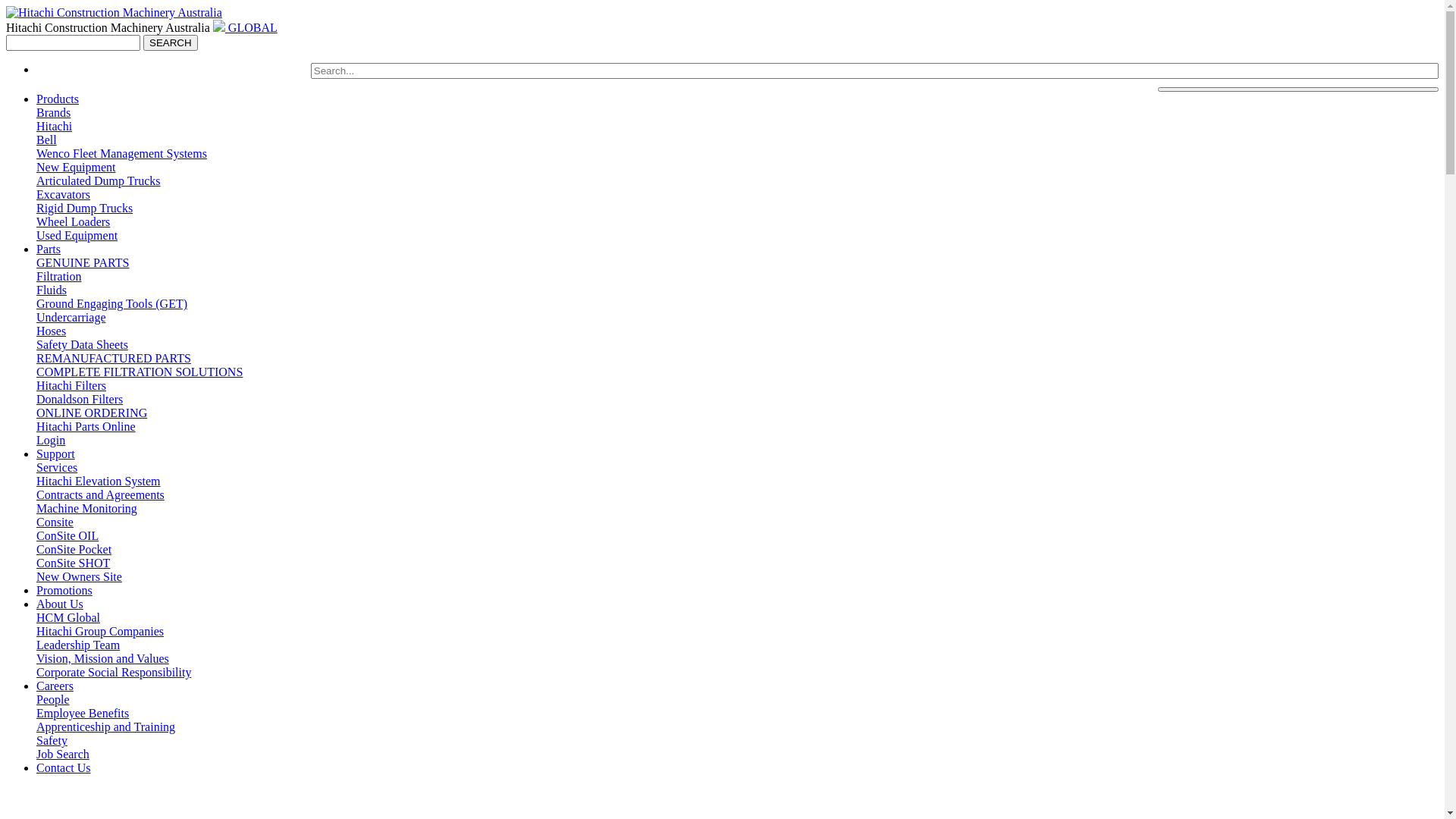  Describe the element at coordinates (76, 235) in the screenshot. I see `'Used Equipment'` at that location.